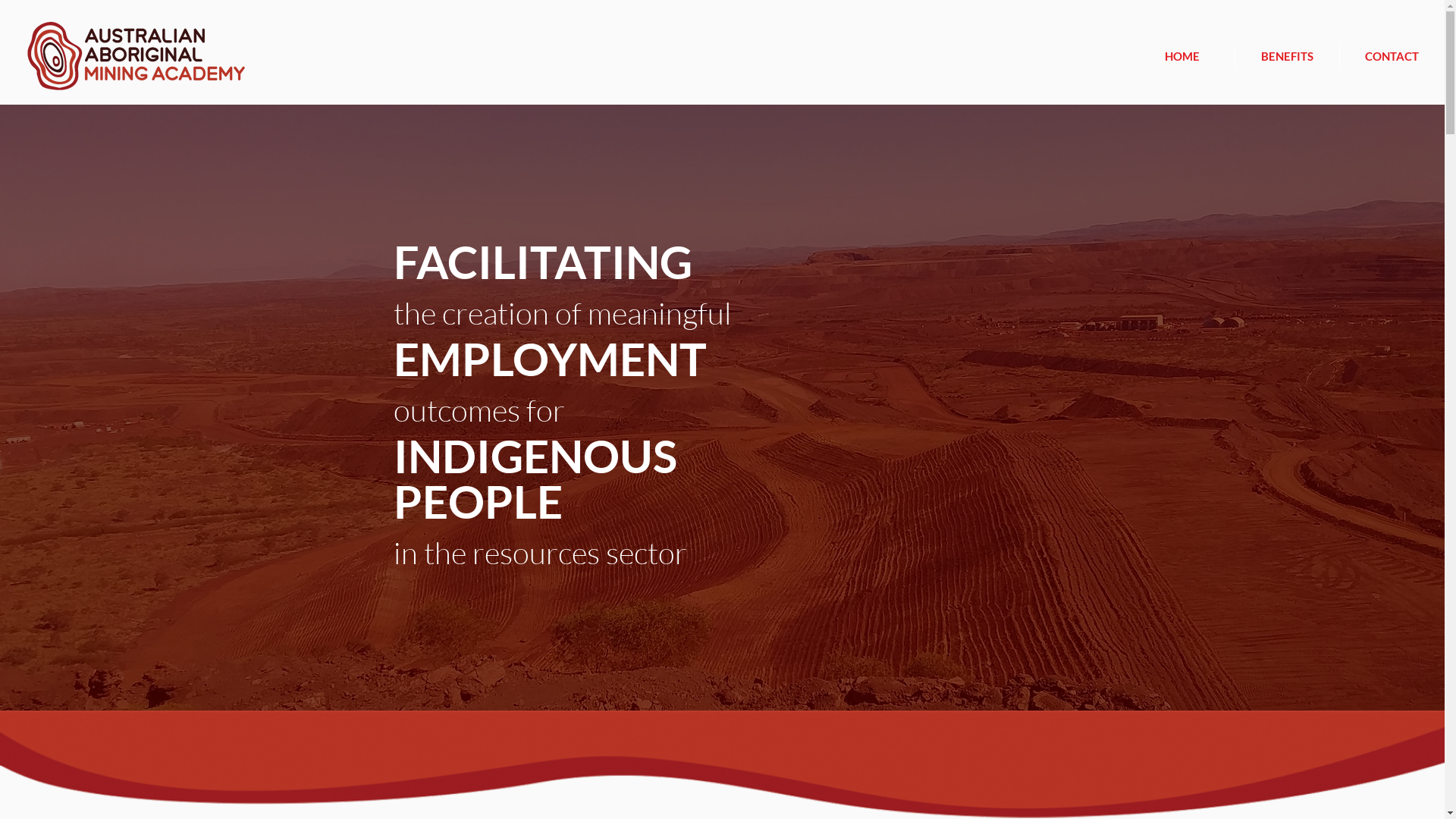 The height and width of the screenshot is (819, 1456). Describe the element at coordinates (1339, 55) in the screenshot. I see `'CONTACT'` at that location.